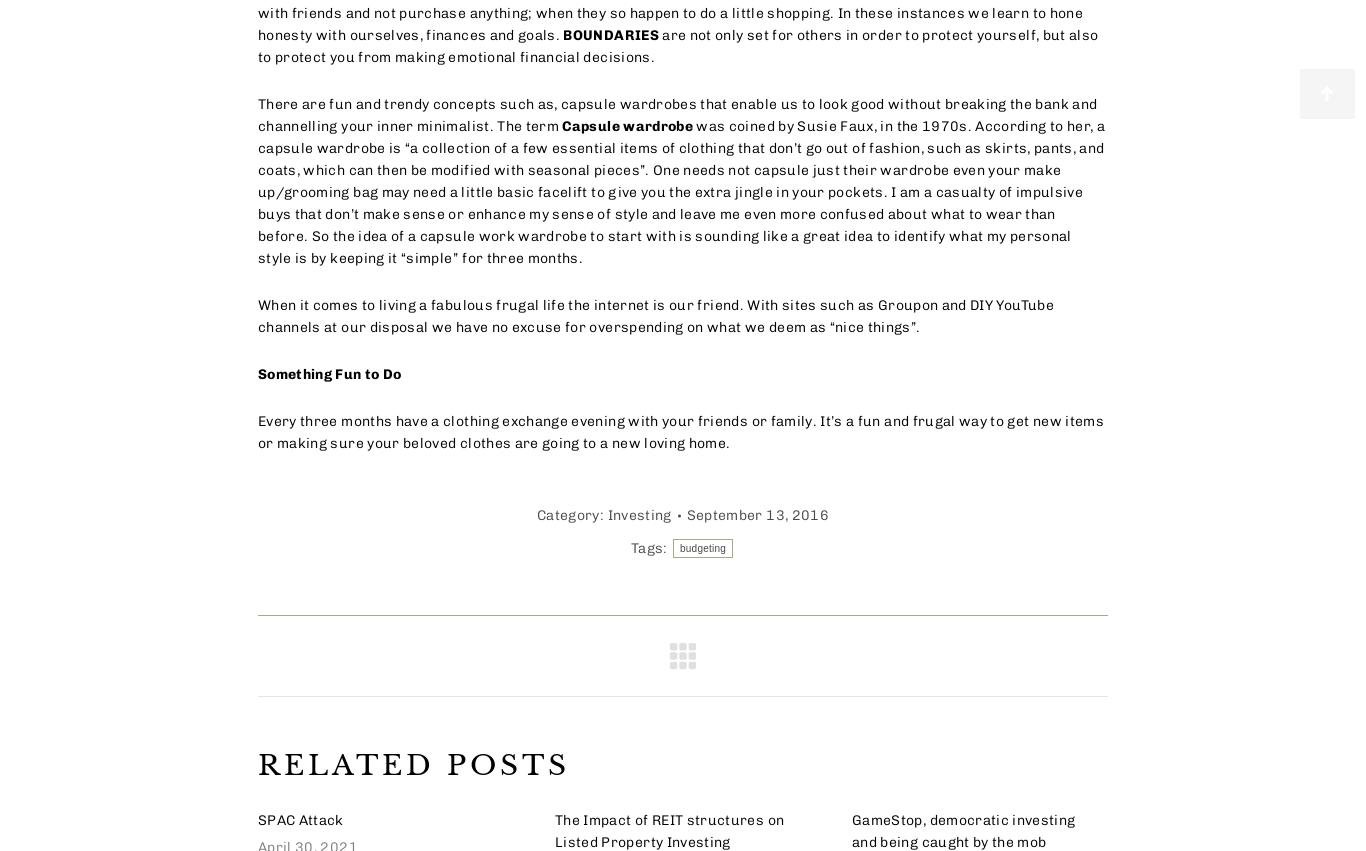 This screenshot has width=1366, height=851. I want to click on 'Tags:', so click(628, 546).